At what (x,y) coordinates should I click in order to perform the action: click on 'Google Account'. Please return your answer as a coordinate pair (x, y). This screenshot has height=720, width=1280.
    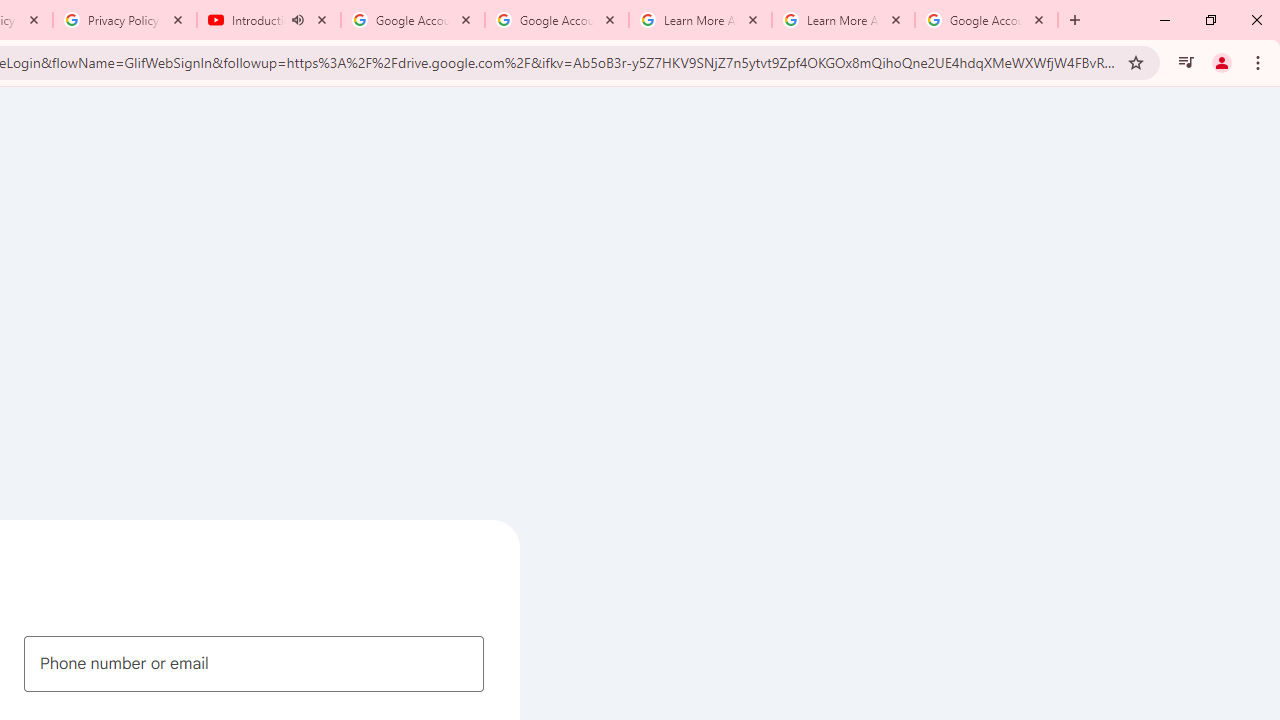
    Looking at the image, I should click on (986, 20).